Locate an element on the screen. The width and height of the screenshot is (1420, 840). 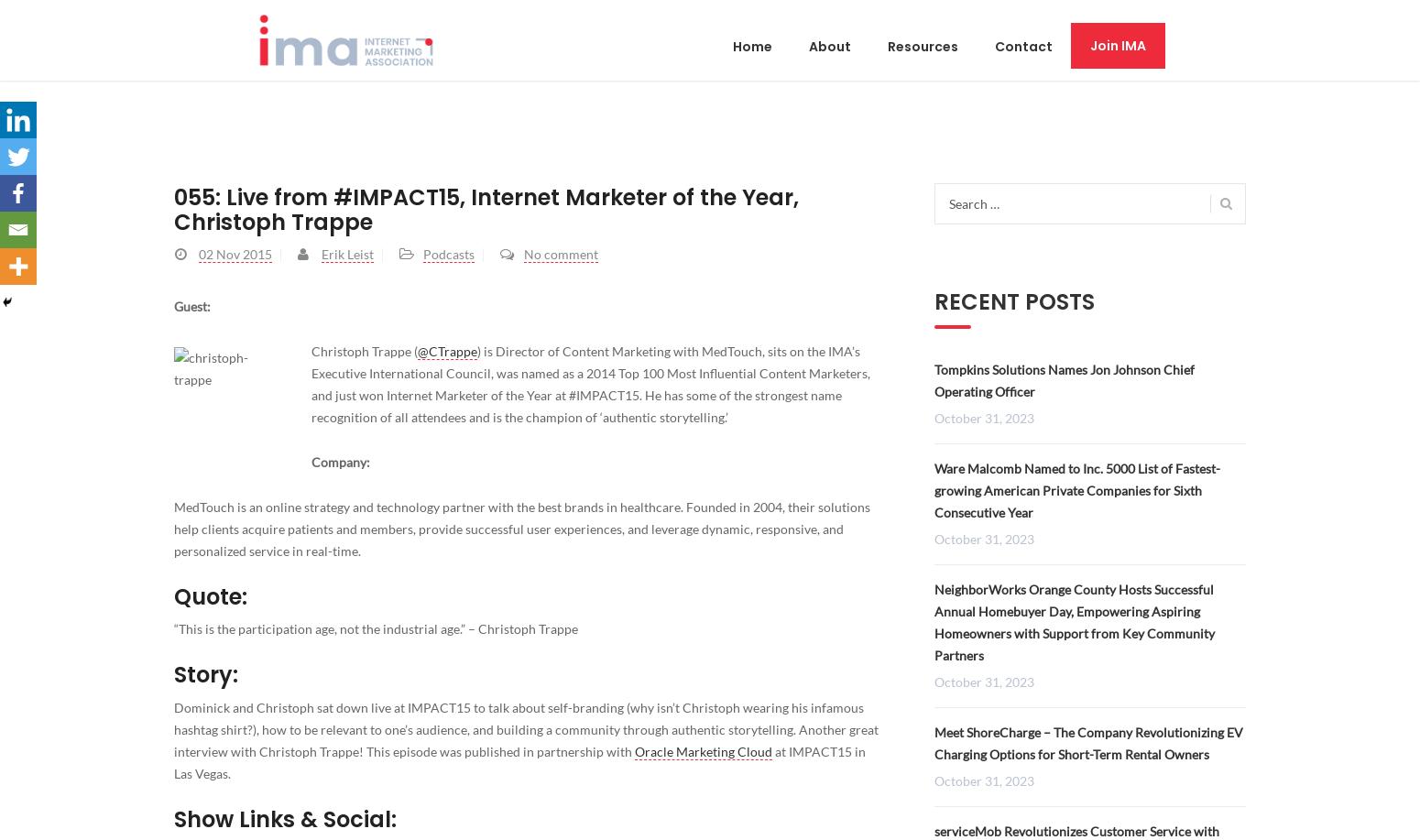
'Resources' is located at coordinates (922, 46).